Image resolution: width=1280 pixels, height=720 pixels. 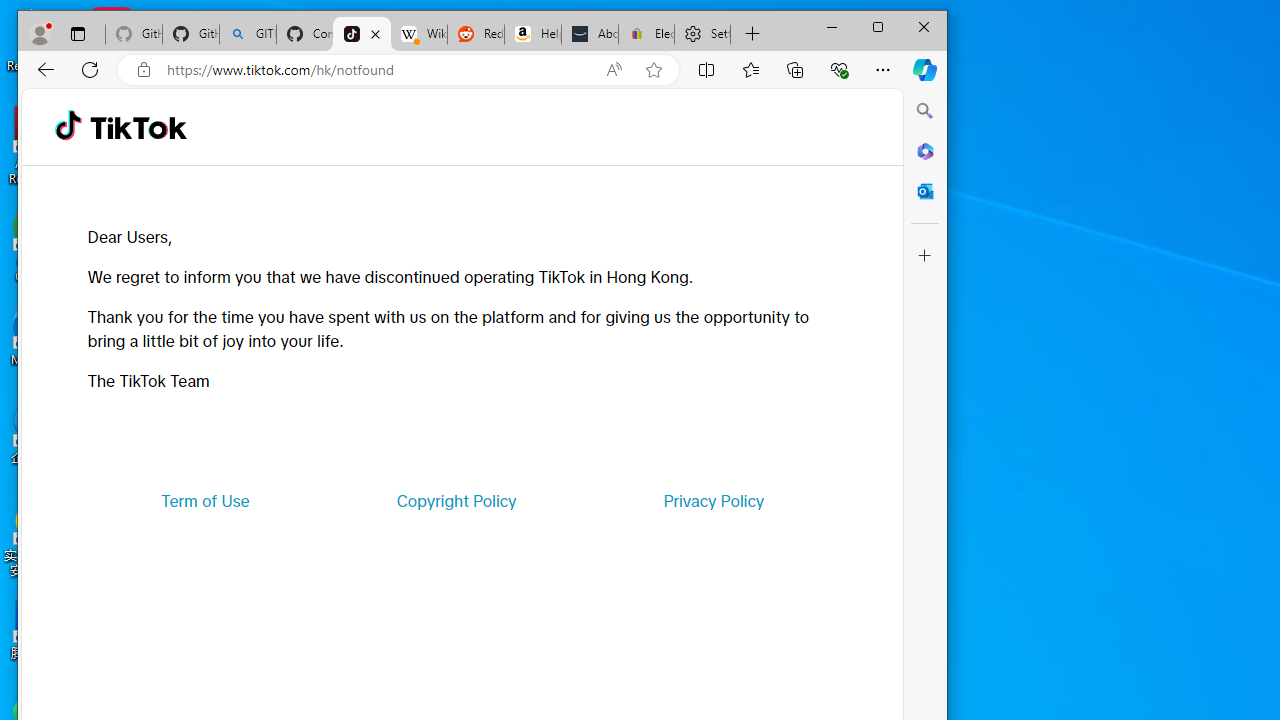 What do you see at coordinates (417, 34) in the screenshot?
I see `'Wikipedia, the free encyclopedia'` at bounding box center [417, 34].